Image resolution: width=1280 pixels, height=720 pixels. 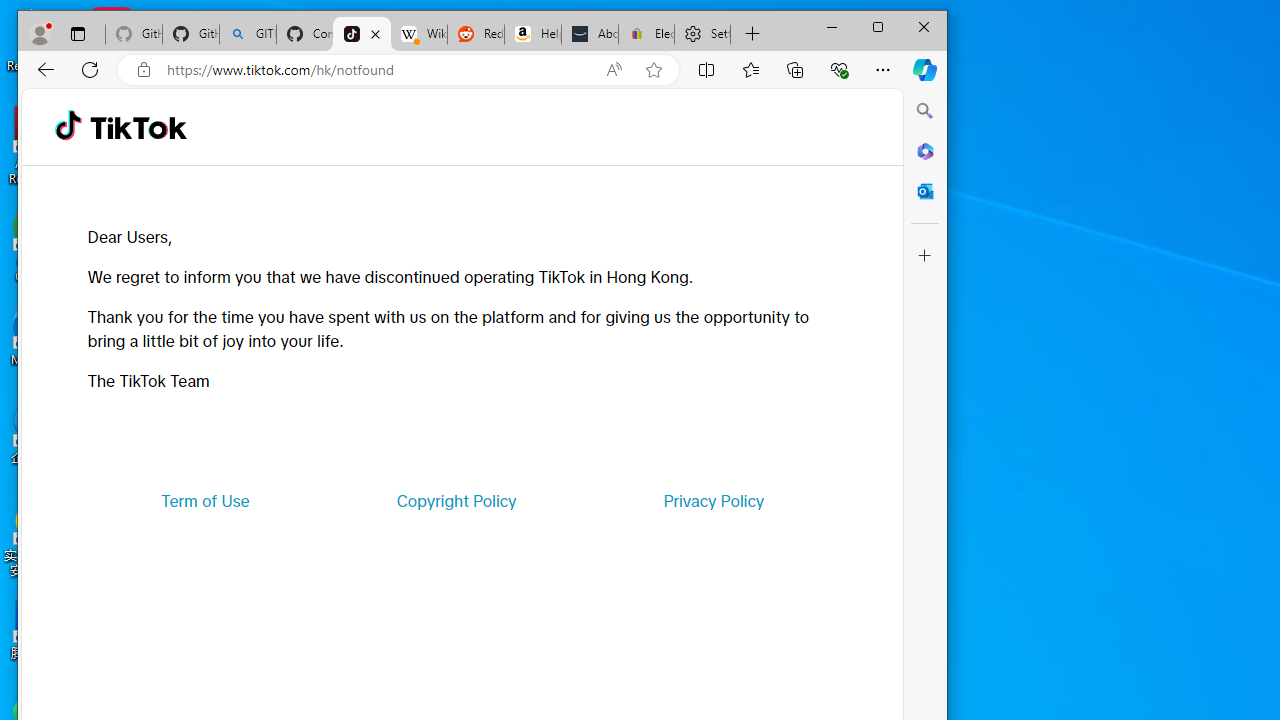 What do you see at coordinates (417, 34) in the screenshot?
I see `'Wikipedia, the free encyclopedia'` at bounding box center [417, 34].